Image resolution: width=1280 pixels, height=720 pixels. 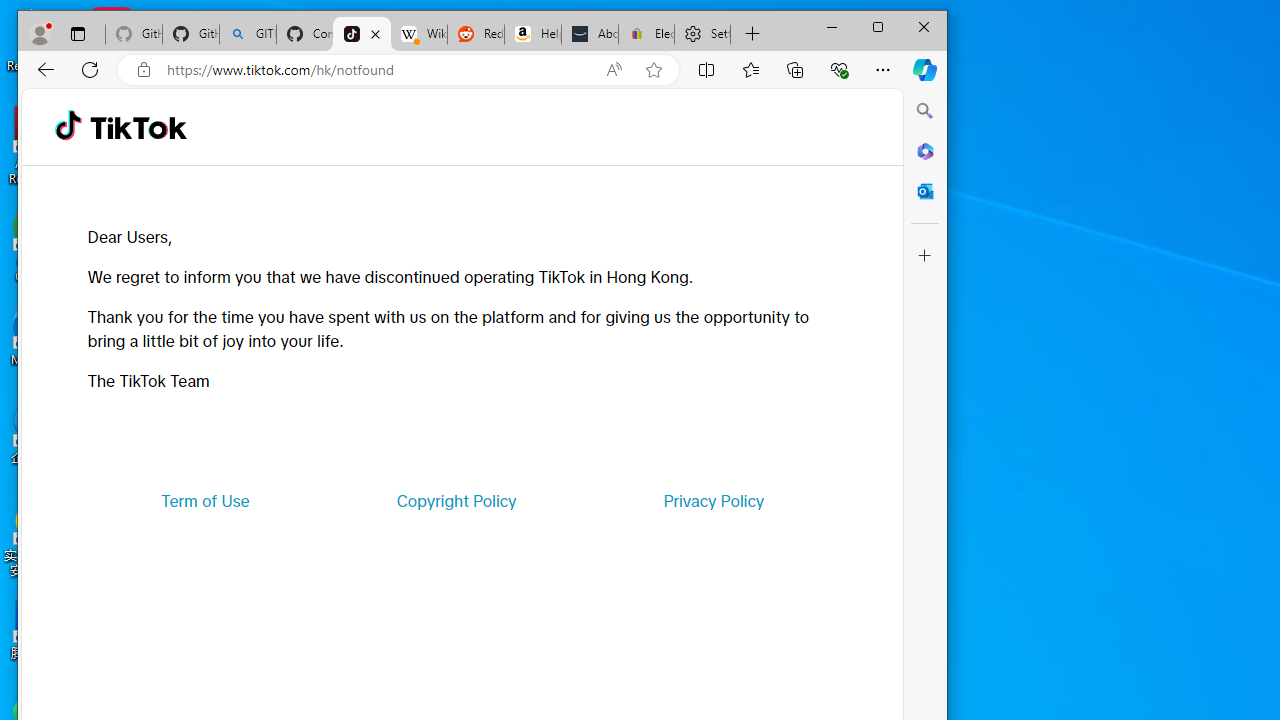 What do you see at coordinates (417, 34) in the screenshot?
I see `'Wikipedia, the free encyclopedia'` at bounding box center [417, 34].